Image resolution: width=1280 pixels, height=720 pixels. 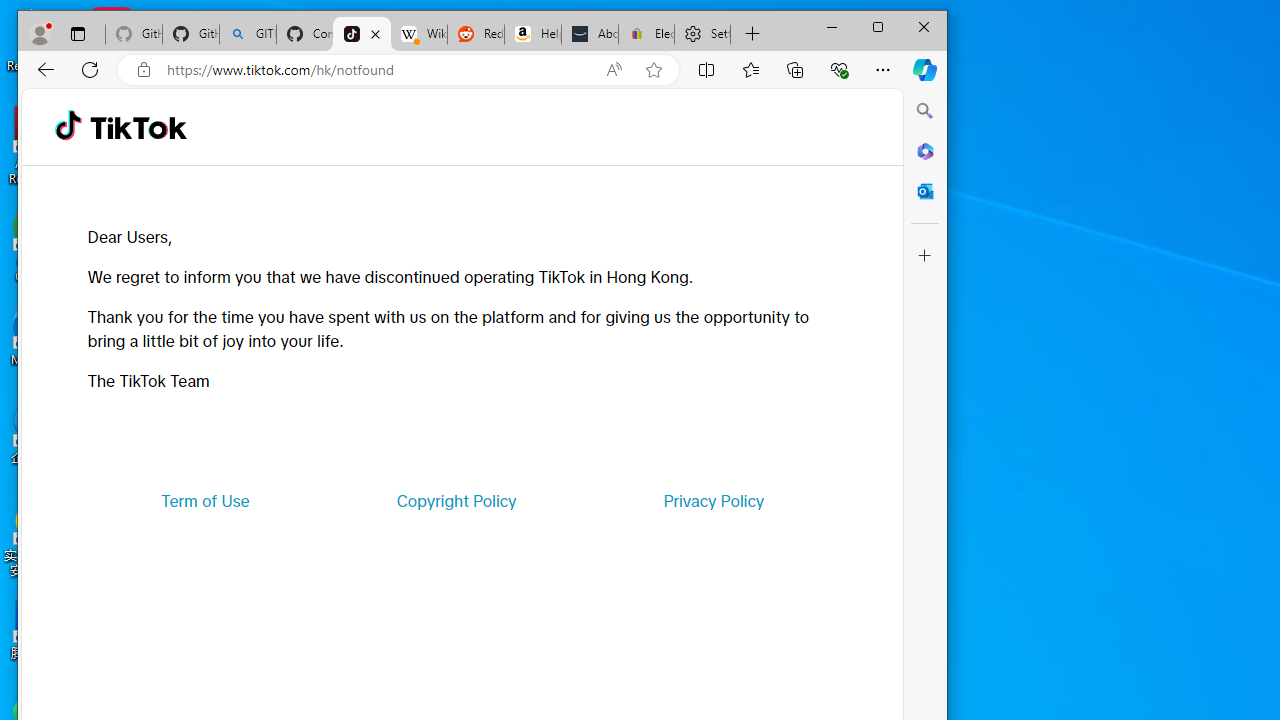 What do you see at coordinates (417, 34) in the screenshot?
I see `'Wikipedia, the free encyclopedia'` at bounding box center [417, 34].